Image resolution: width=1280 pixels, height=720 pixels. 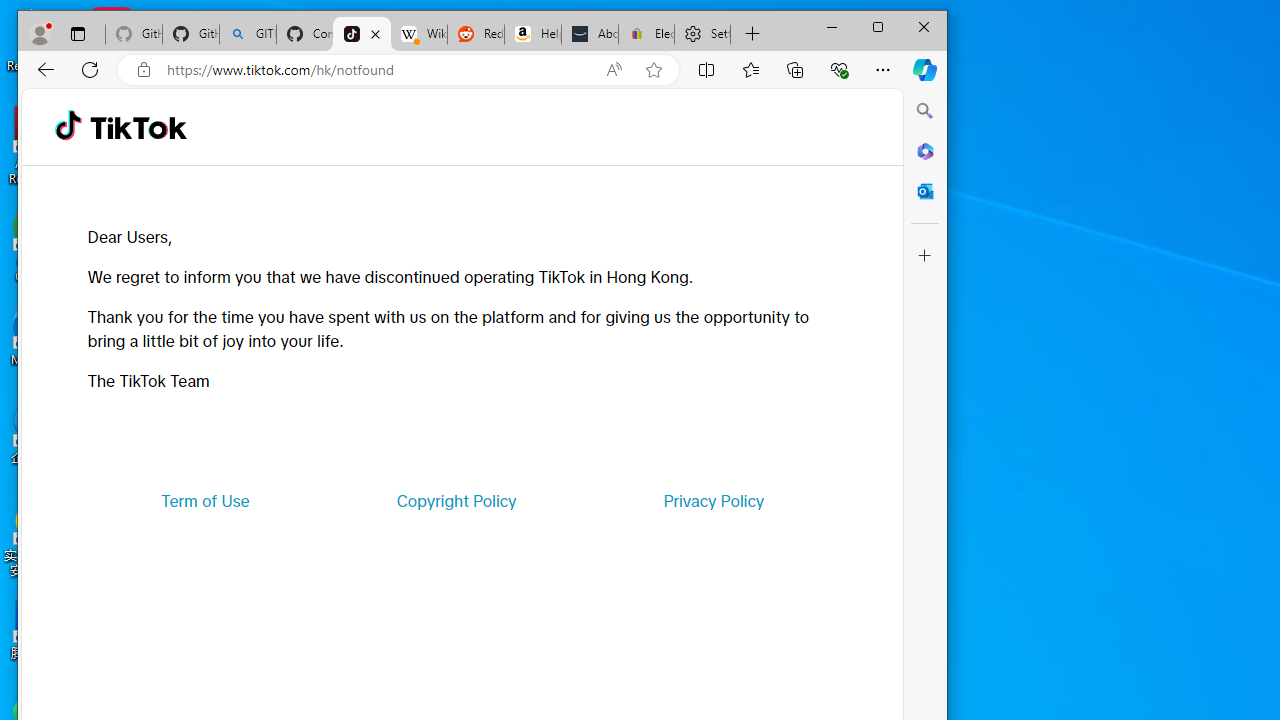 What do you see at coordinates (417, 34) in the screenshot?
I see `'Wikipedia, the free encyclopedia'` at bounding box center [417, 34].